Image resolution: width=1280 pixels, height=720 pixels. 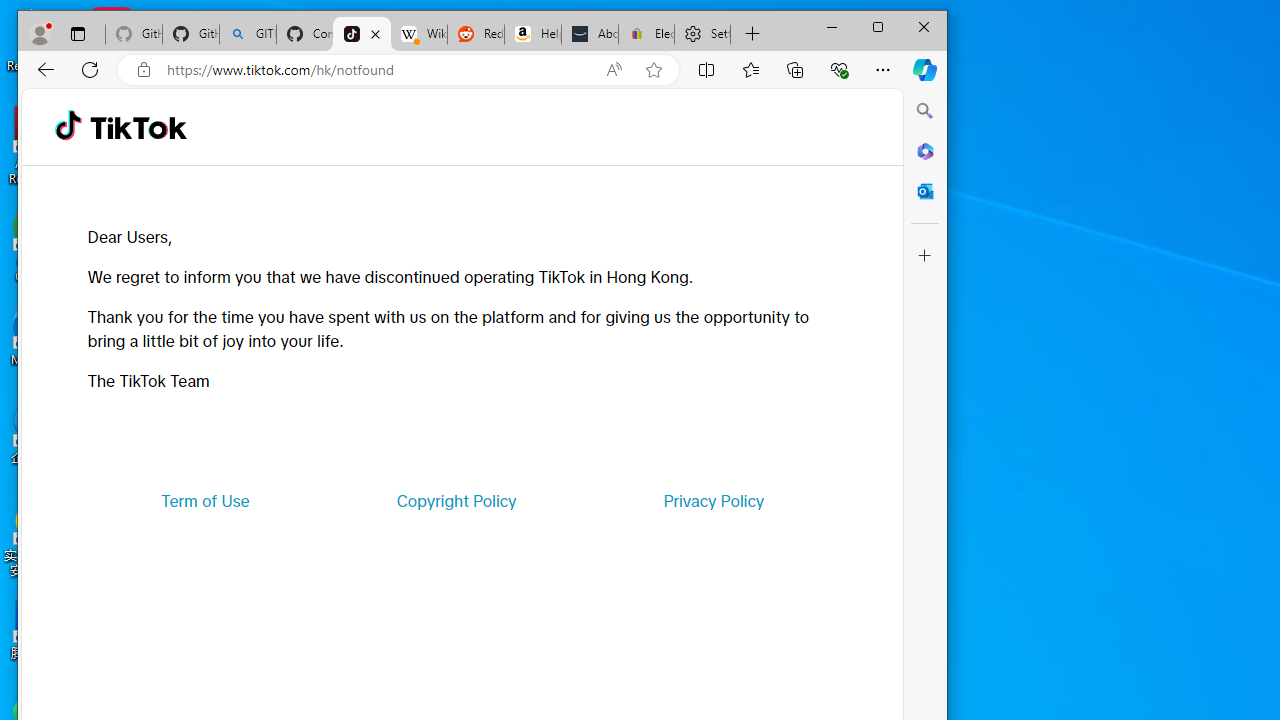 What do you see at coordinates (417, 34) in the screenshot?
I see `'Wikipedia, the free encyclopedia'` at bounding box center [417, 34].